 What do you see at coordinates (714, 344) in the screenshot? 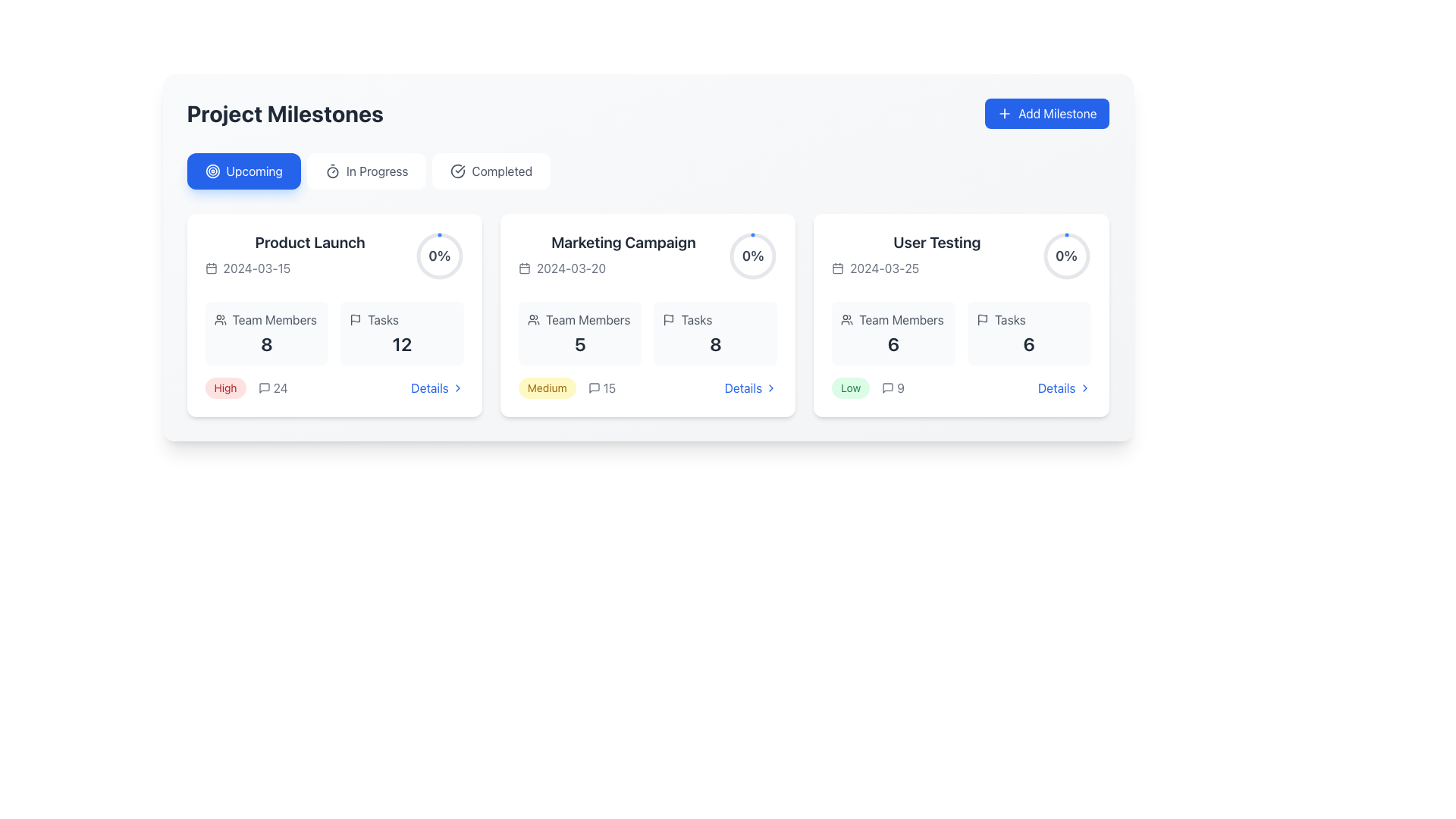
I see `the text label displaying the count of tasks for the 'Marketing Campaign' milestone, located under the 'Tasks' label in the second milestone card` at bounding box center [714, 344].